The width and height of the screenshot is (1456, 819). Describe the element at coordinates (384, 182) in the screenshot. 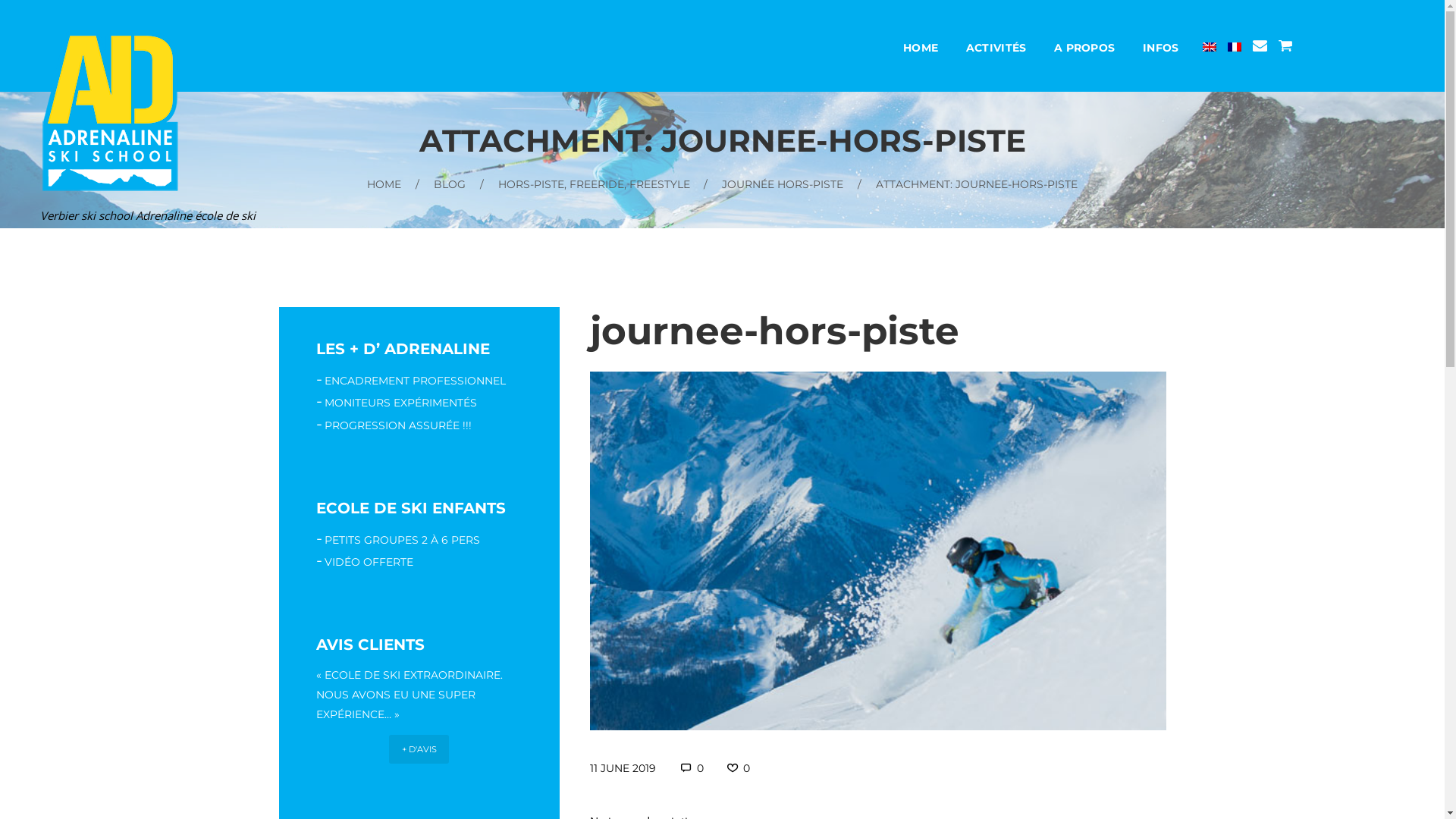

I see `'HOME'` at that location.